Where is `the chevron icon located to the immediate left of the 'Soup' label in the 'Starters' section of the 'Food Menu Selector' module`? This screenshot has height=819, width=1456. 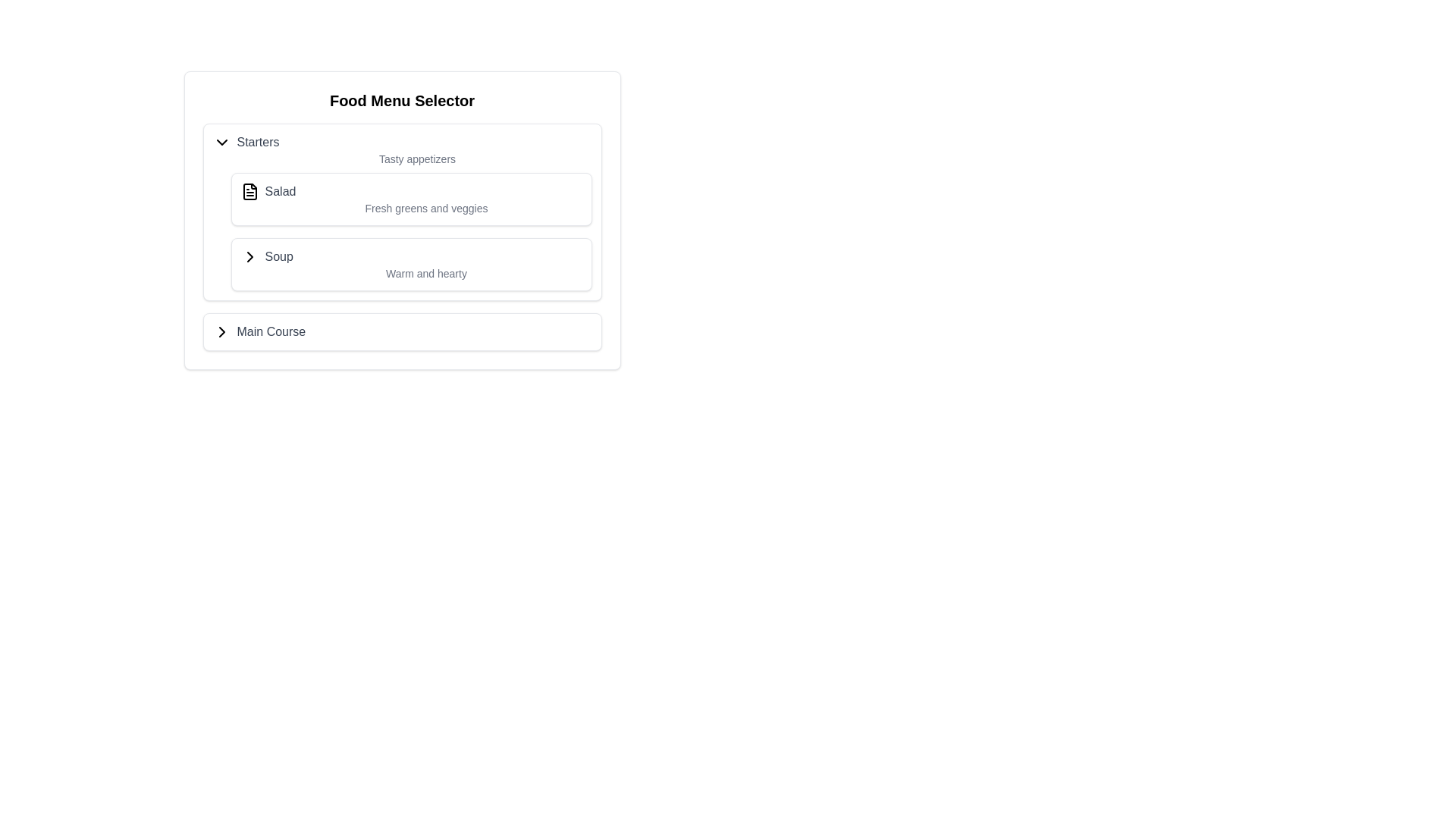
the chevron icon located to the immediate left of the 'Soup' label in the 'Starters' section of the 'Food Menu Selector' module is located at coordinates (249, 256).